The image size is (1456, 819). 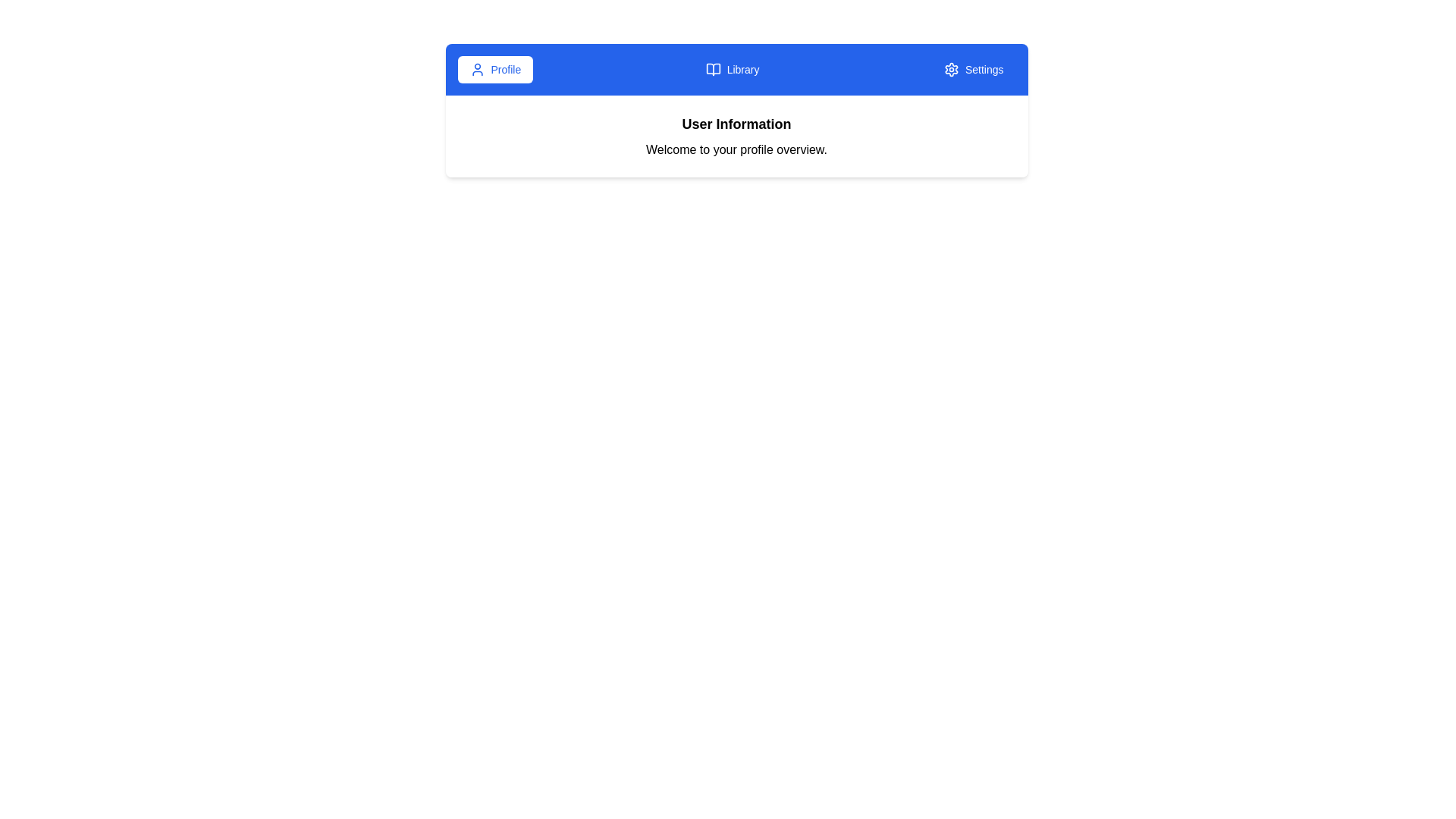 I want to click on the 'User Information' text header element, which displays 'User Information' in bold and 'Welcome to your profile overview.' below it, centered within a white box below the blue navigation bar, so click(x=736, y=136).